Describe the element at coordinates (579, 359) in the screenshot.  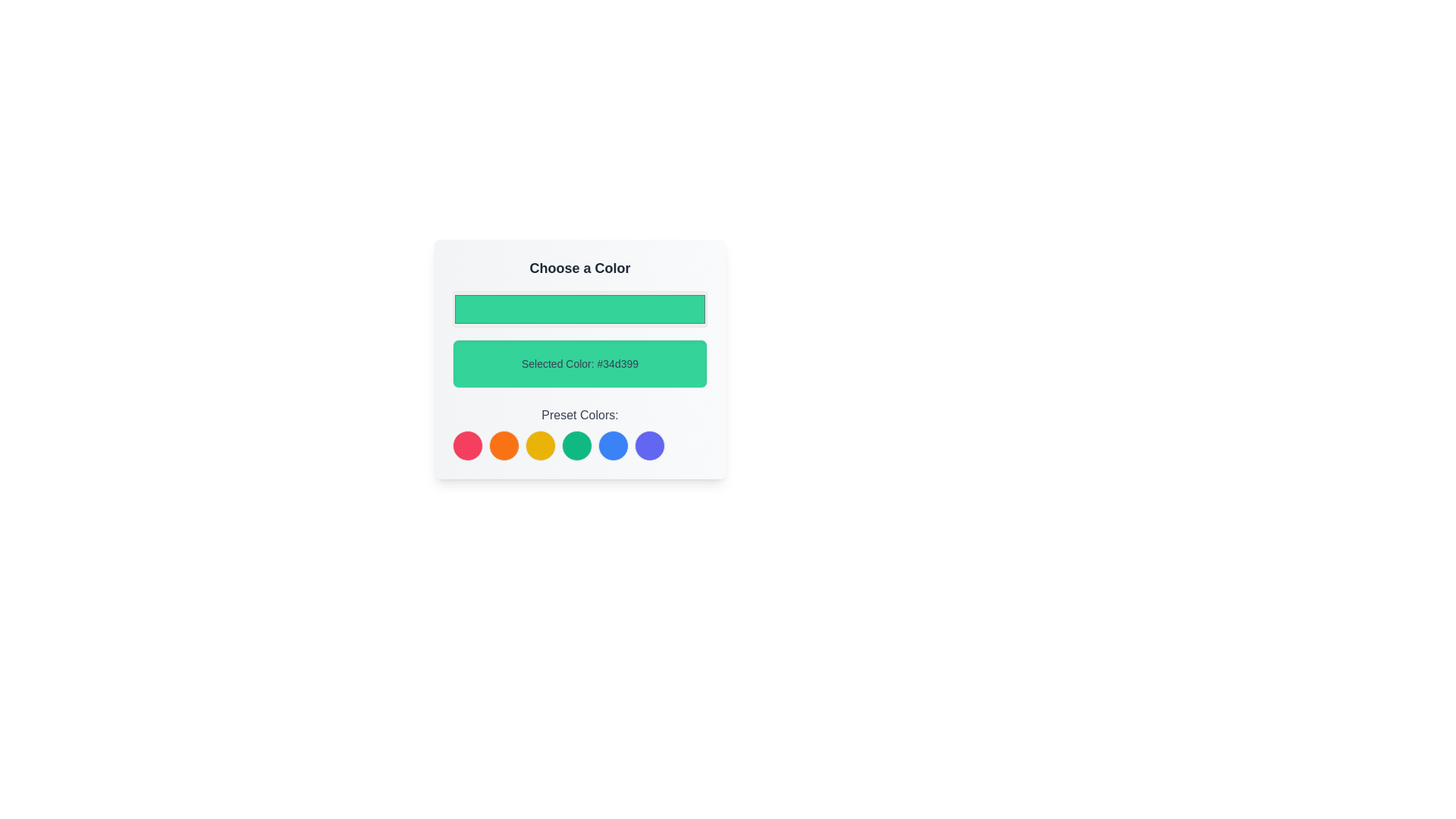
I see `the color code display box that shows the selected color '#34d399', located centrally beneath the color input box and above the row of circular color buttons` at that location.